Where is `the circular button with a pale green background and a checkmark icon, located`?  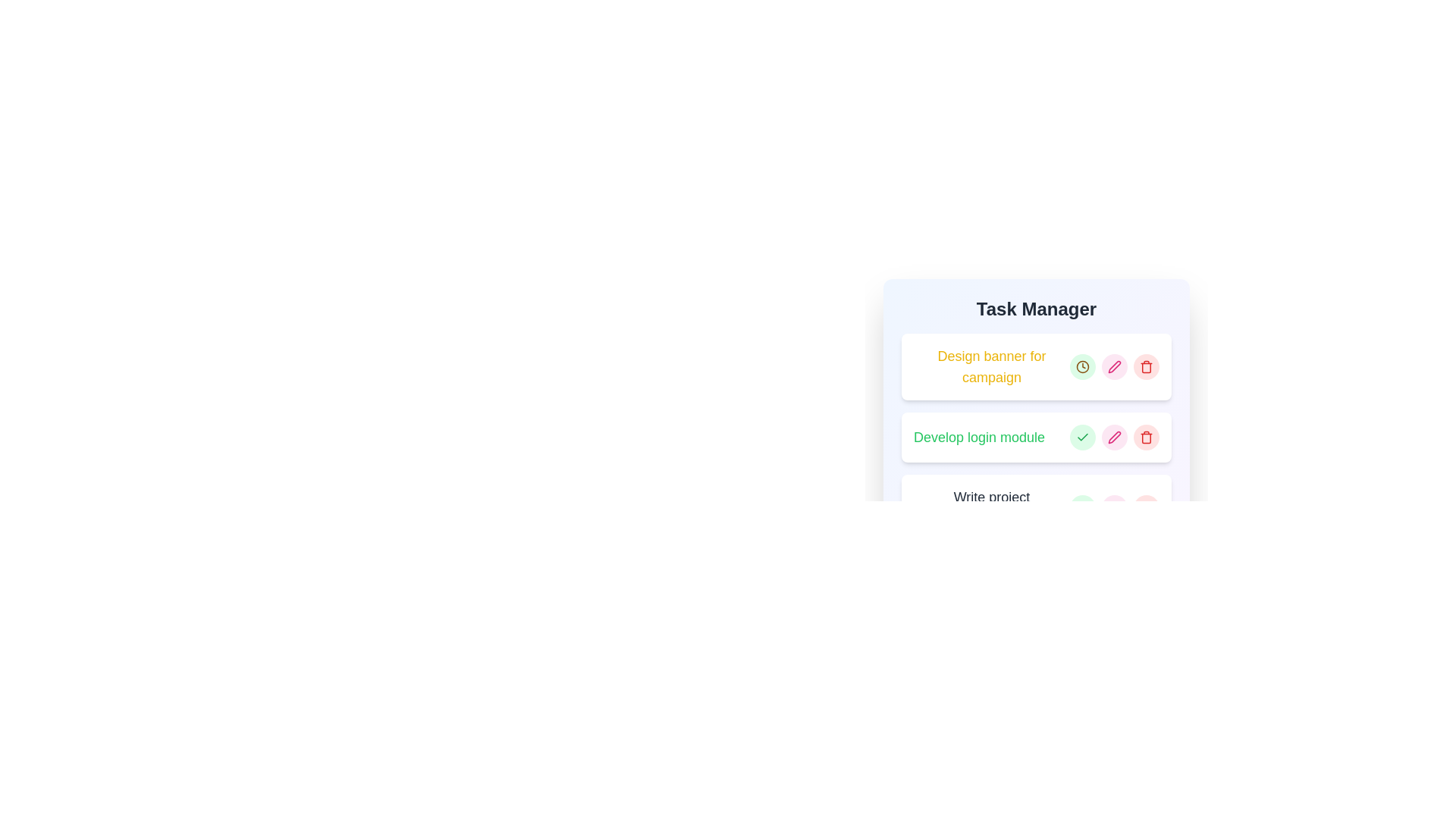
the circular button with a pale green background and a checkmark icon, located is located at coordinates (1082, 438).